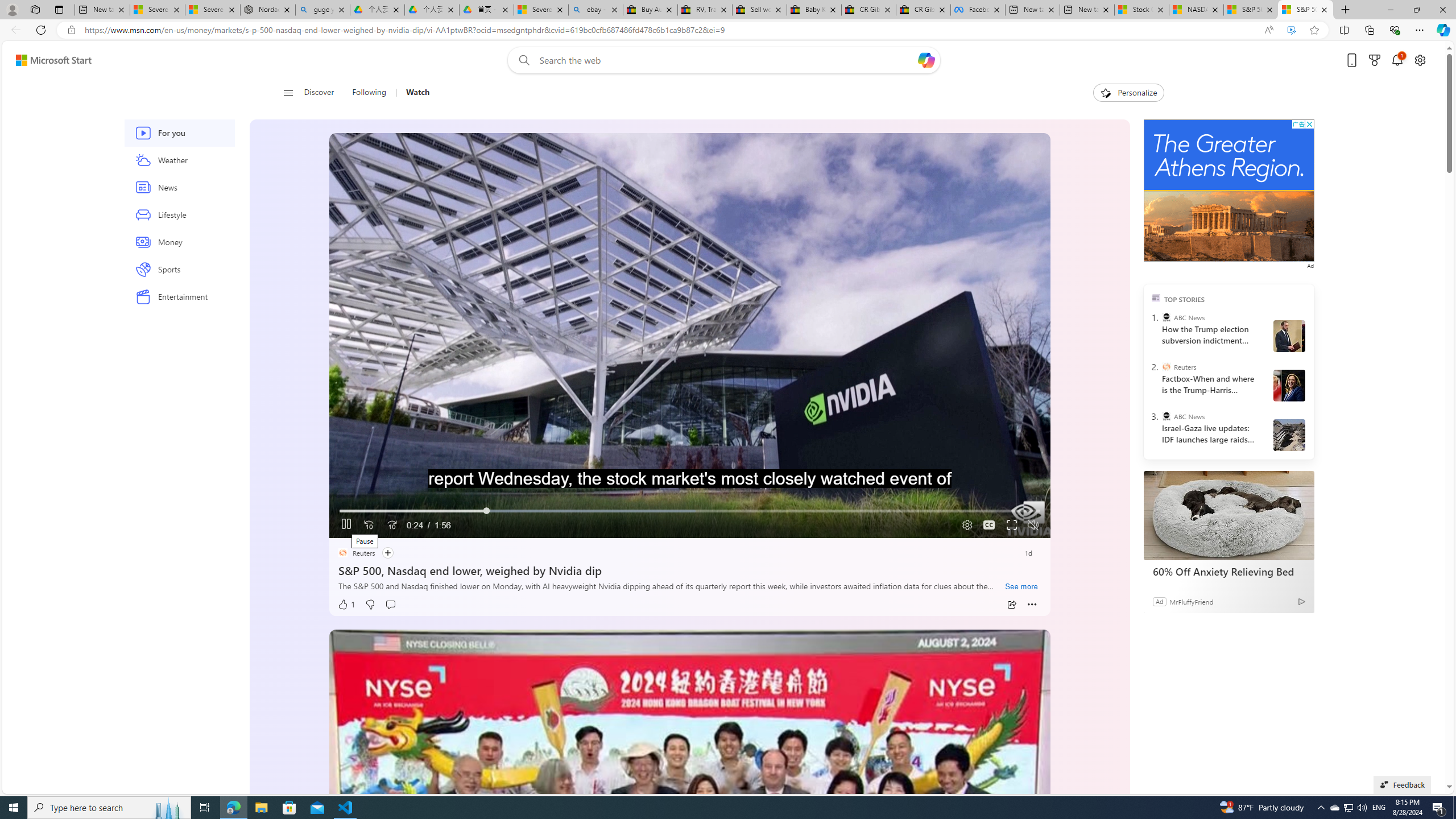 This screenshot has height=819, width=1456. What do you see at coordinates (705, 9) in the screenshot?
I see `'RV, Trailer & Camper Steps & Ladders for sale | eBay'` at bounding box center [705, 9].